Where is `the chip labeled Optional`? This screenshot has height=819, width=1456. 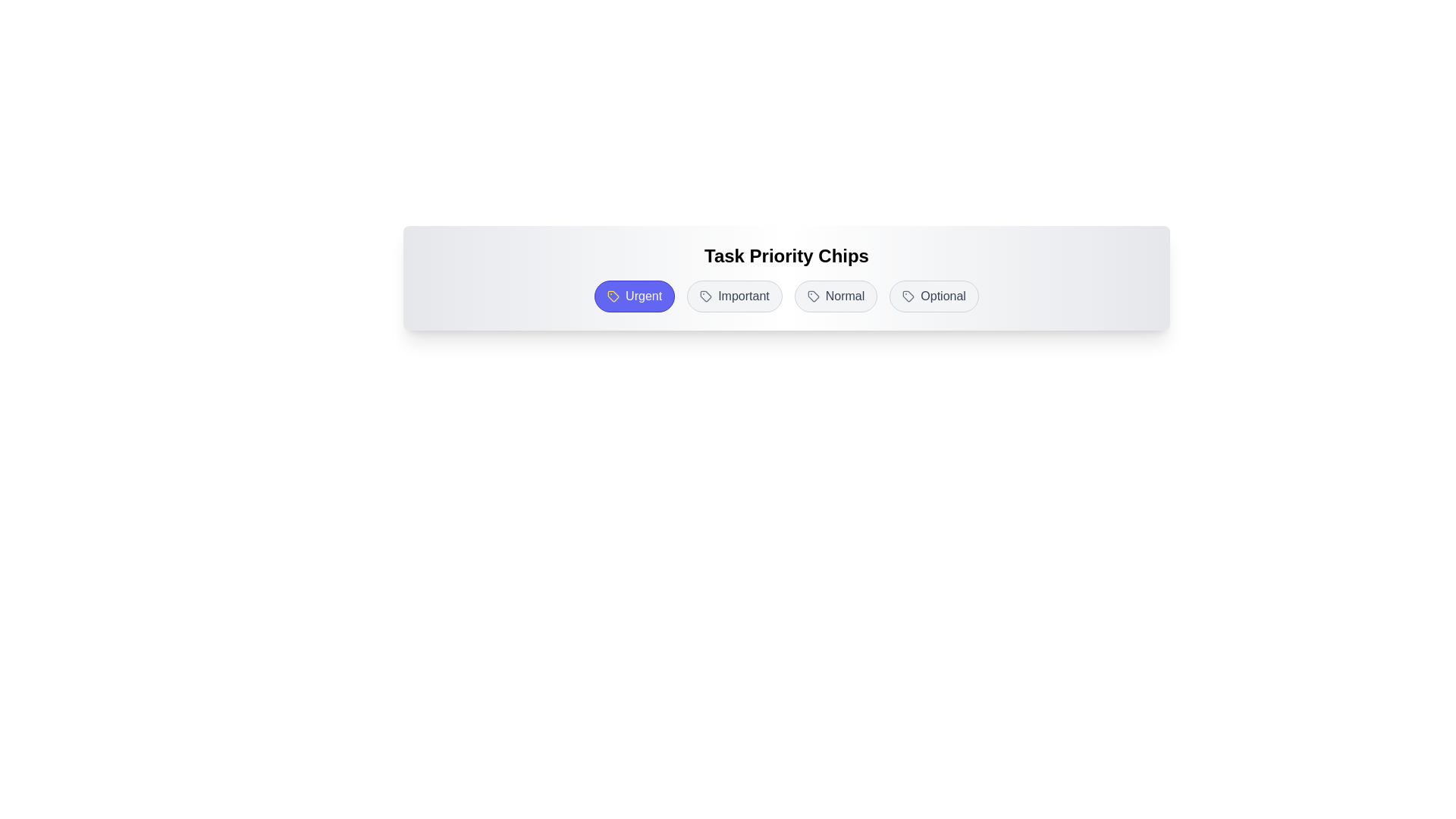 the chip labeled Optional is located at coordinates (934, 296).